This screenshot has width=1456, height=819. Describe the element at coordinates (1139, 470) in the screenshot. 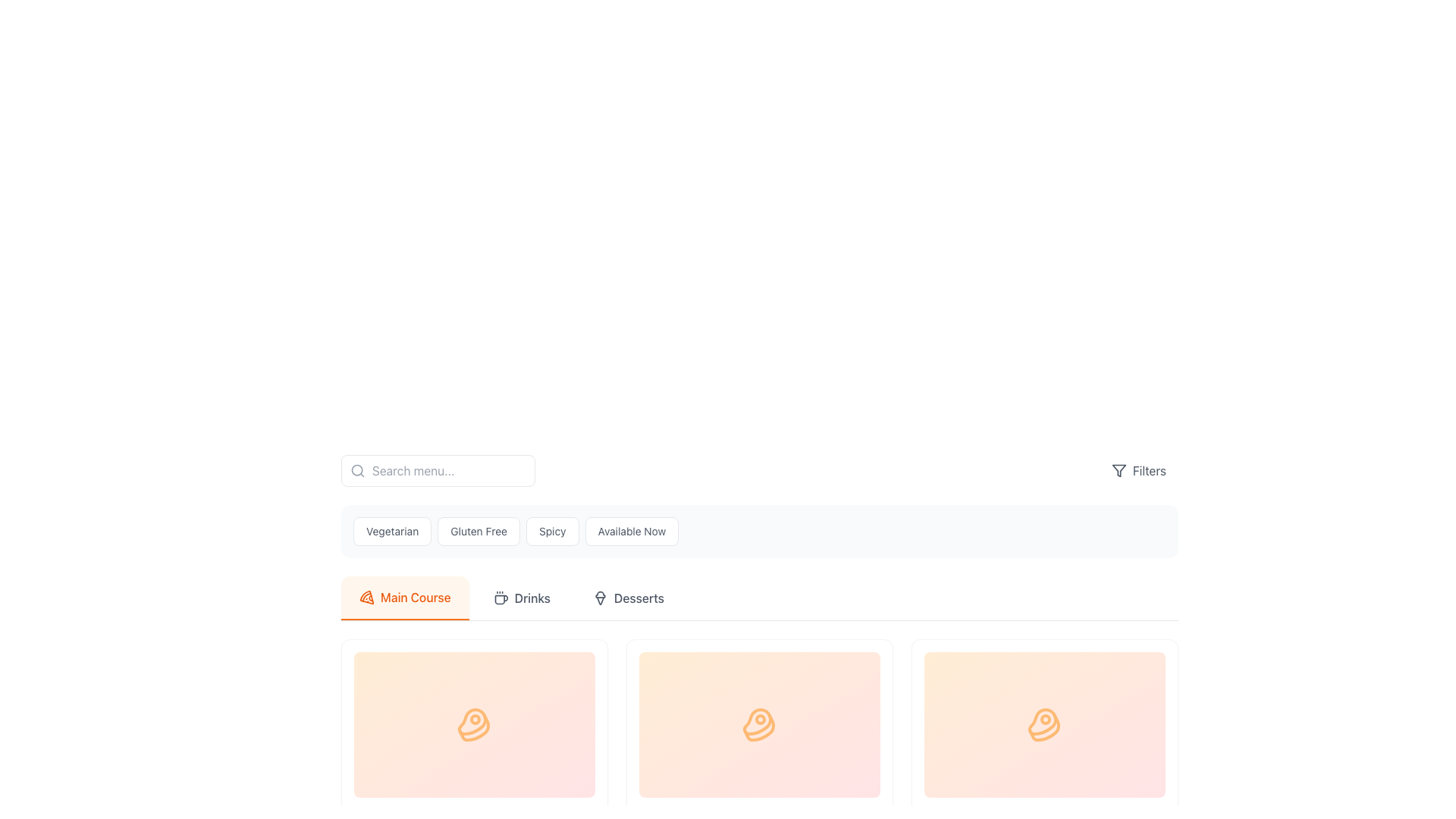

I see `the filter options button located at the top-right corner of the interface` at that location.